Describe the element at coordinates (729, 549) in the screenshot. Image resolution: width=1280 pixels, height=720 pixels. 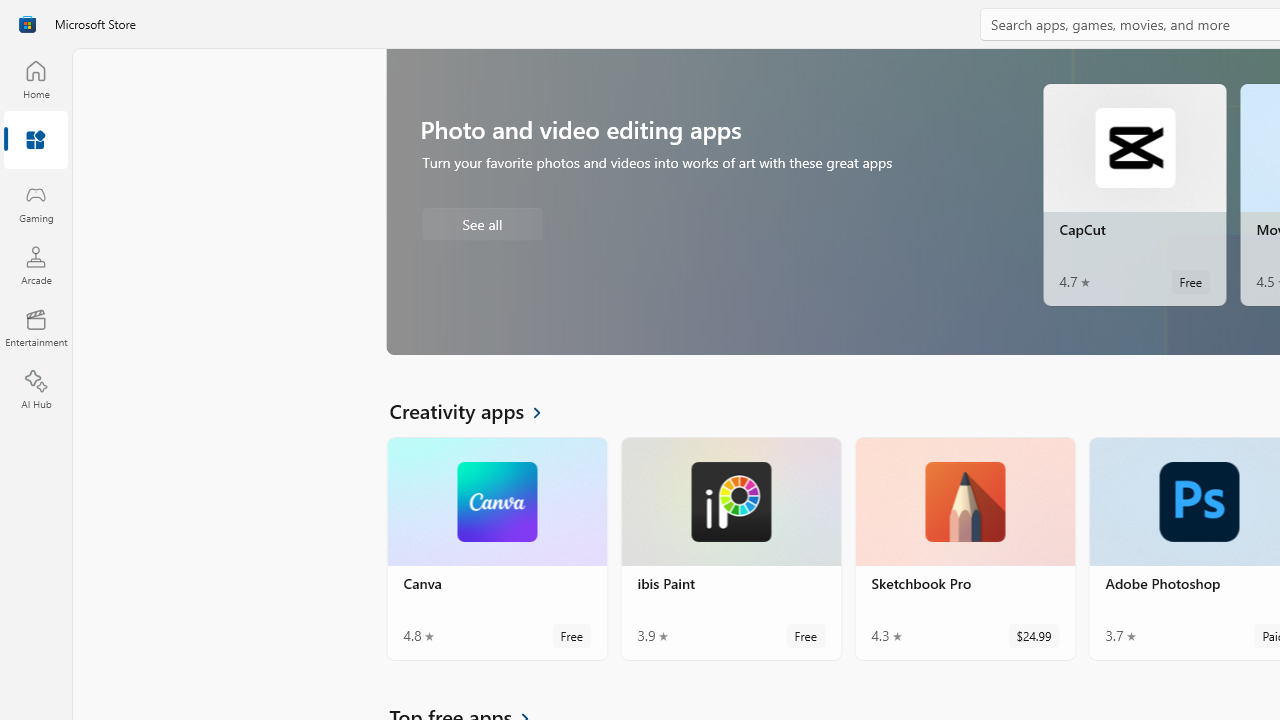
I see `'ibis Paint. Average rating of 3.9 out of five stars. Free  '` at that location.